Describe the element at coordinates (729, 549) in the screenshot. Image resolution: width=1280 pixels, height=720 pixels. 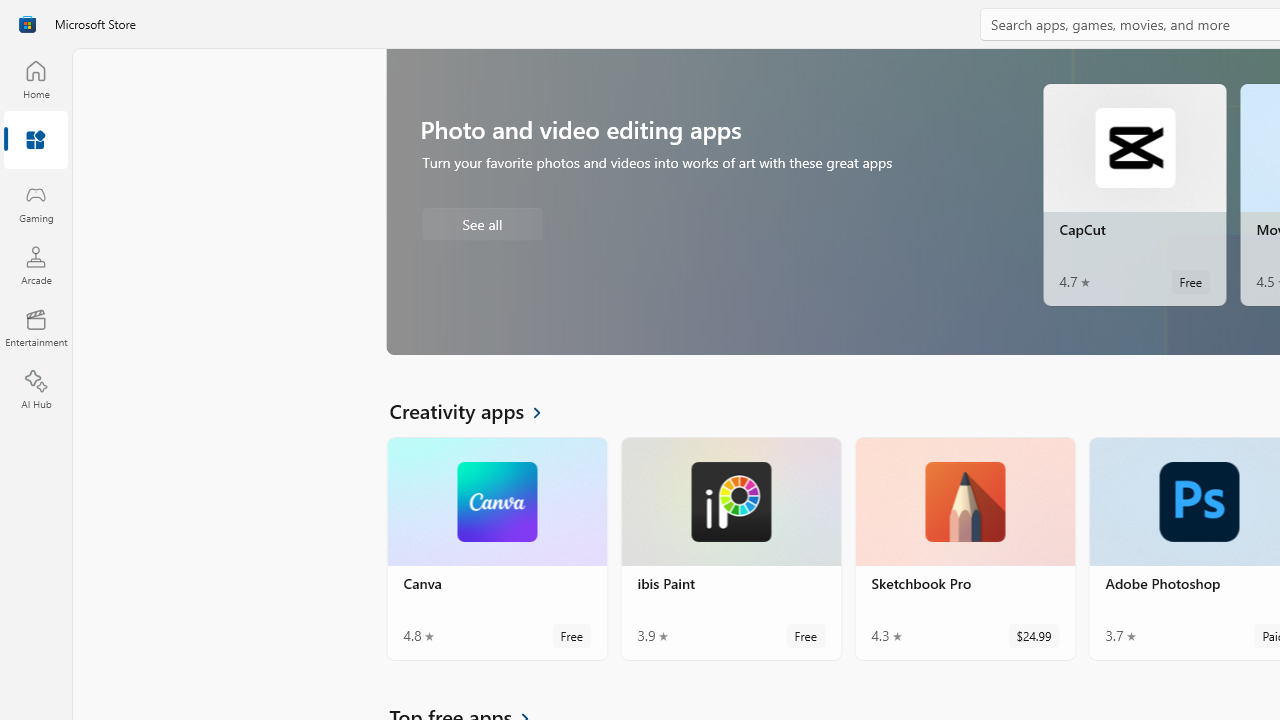
I see `'ibis Paint. Average rating of 3.9 out of five stars. Free  '` at that location.